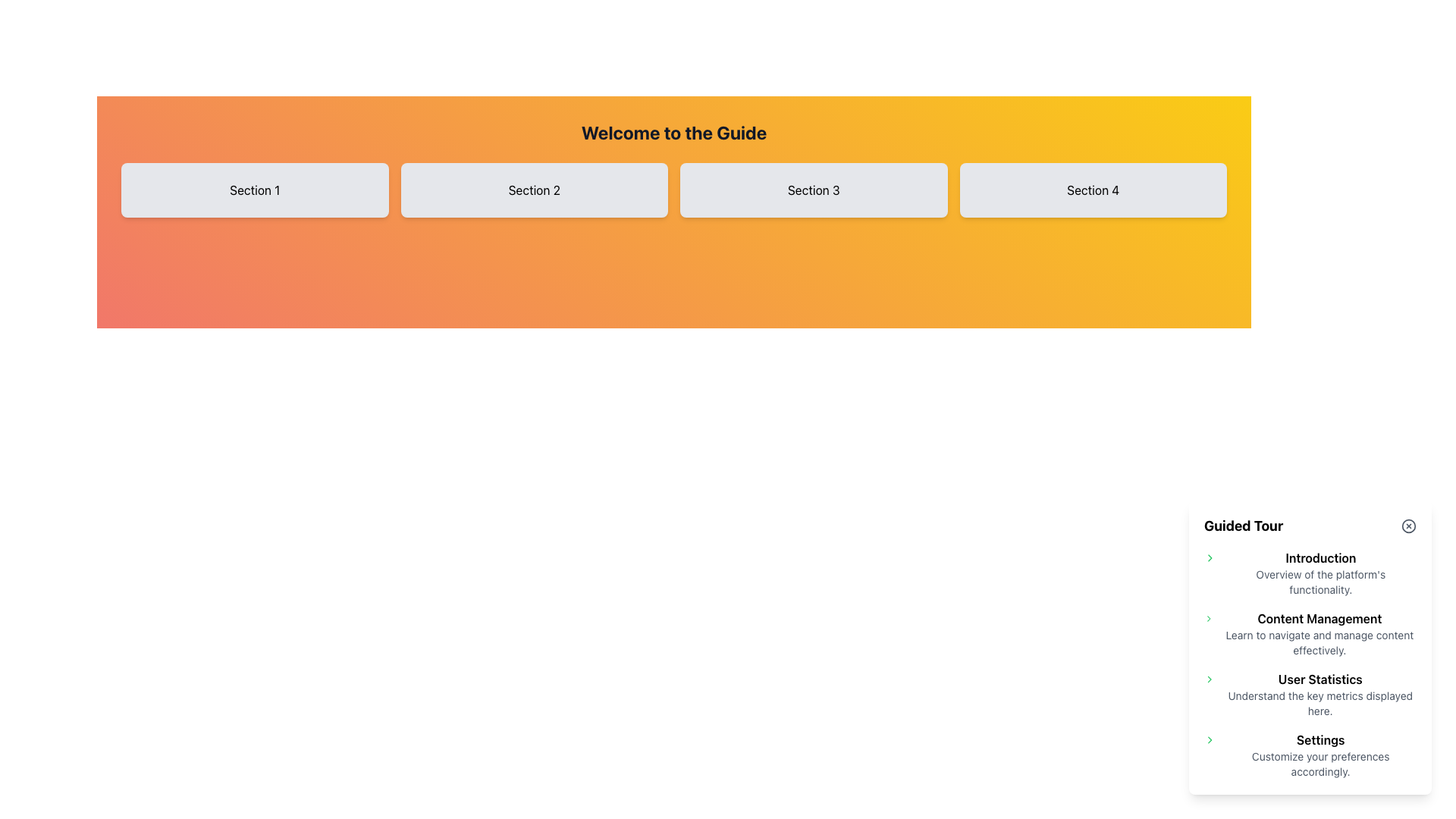  What do you see at coordinates (1407, 526) in the screenshot?
I see `the SVG Circle located in the bottom-right corner of the interface, next to the 'Guided Tour' text, which is part of an icon with a diagonal cross line` at bounding box center [1407, 526].